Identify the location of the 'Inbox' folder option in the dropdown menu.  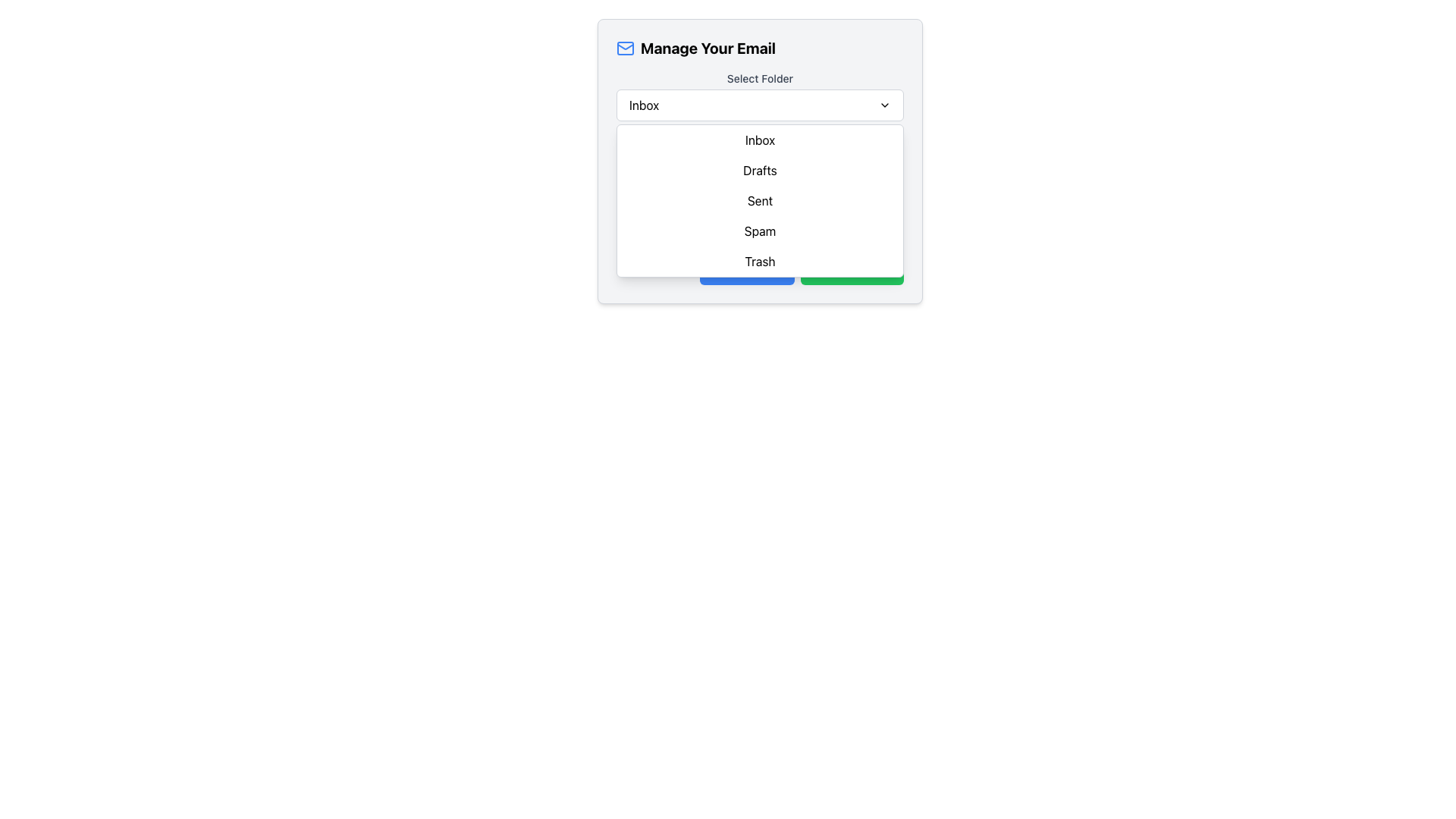
(760, 140).